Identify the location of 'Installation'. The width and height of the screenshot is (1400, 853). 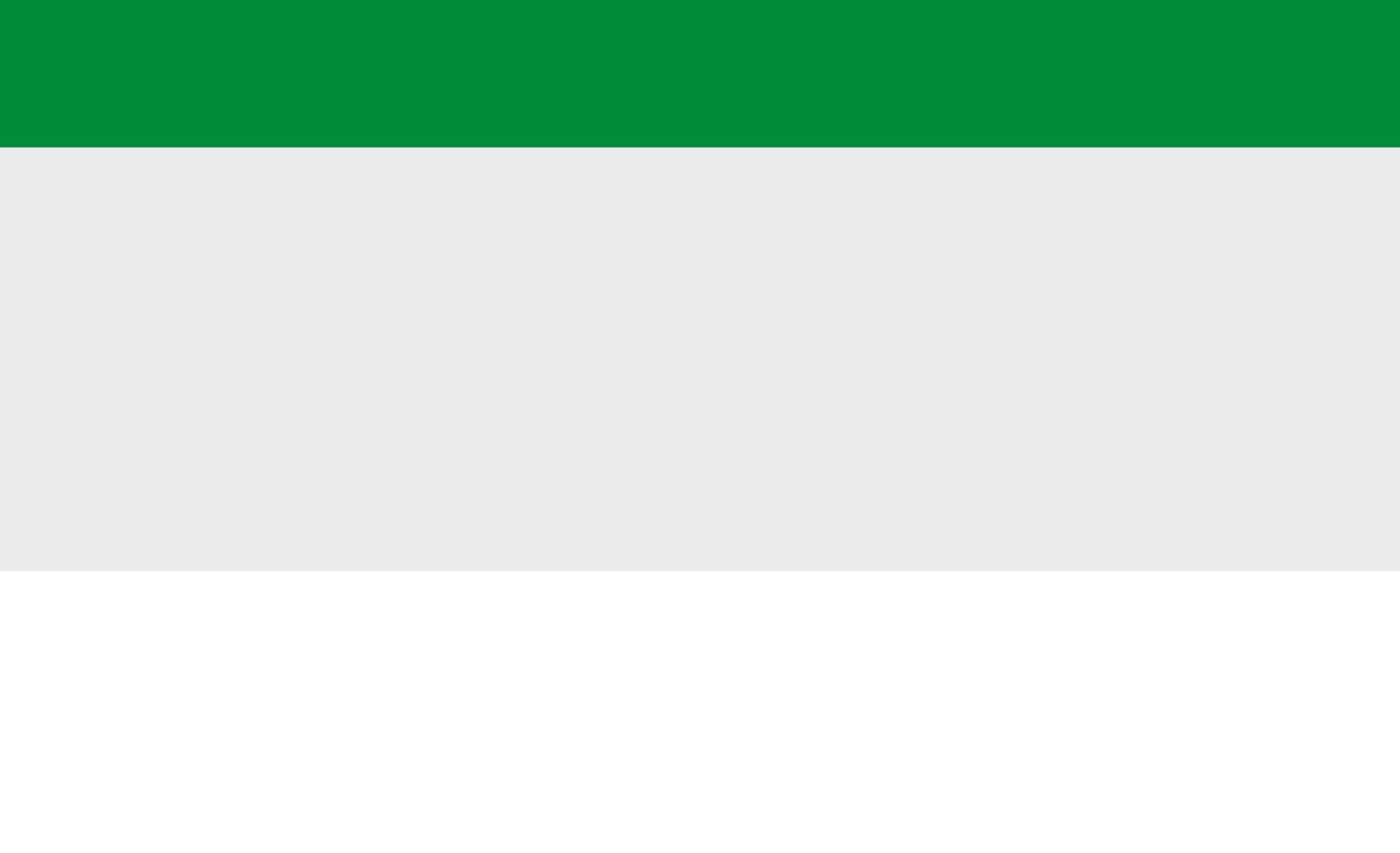
(700, 663).